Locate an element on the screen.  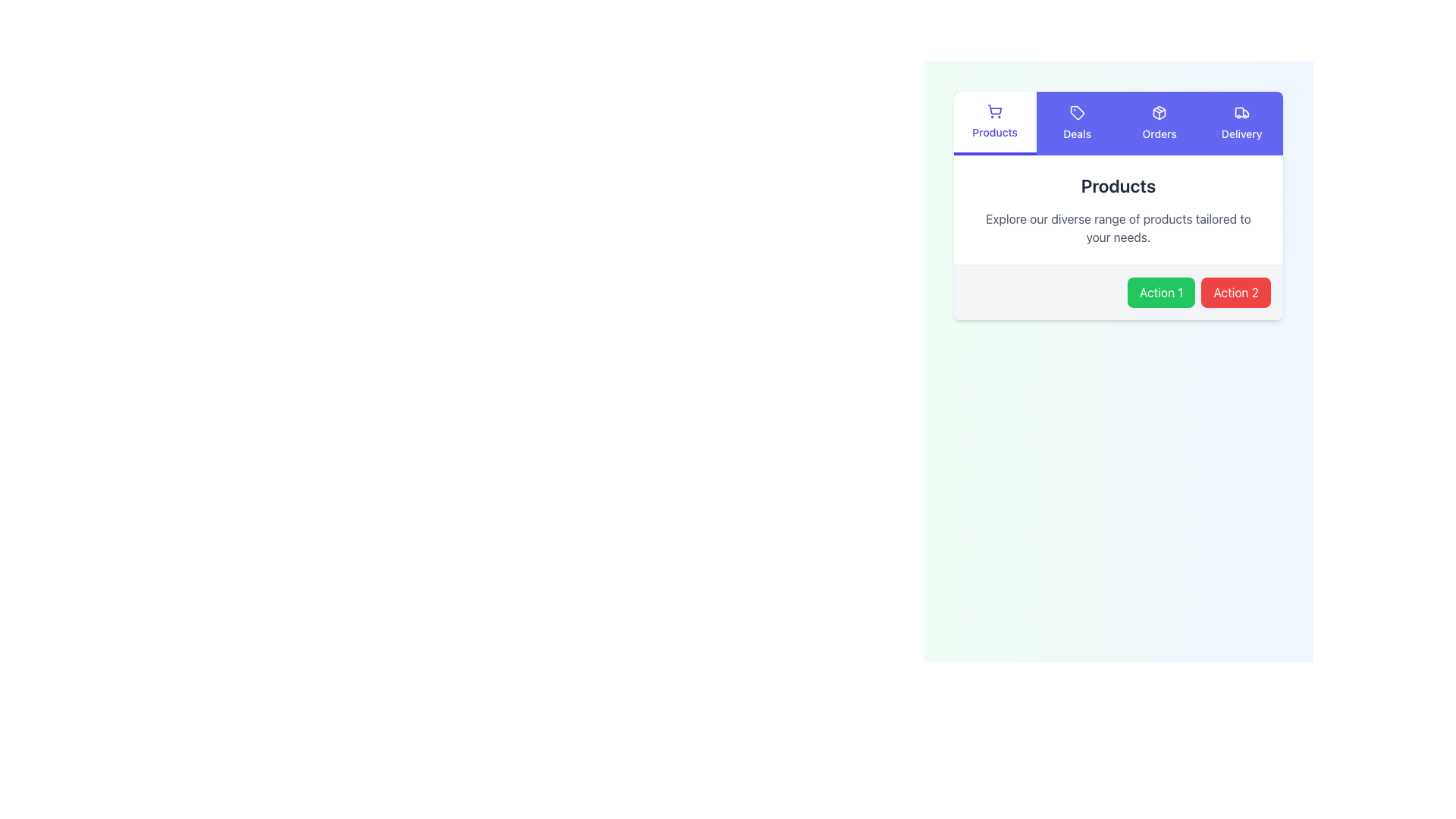
the first navigation tab in the horizontal navigation bar is located at coordinates (994, 121).